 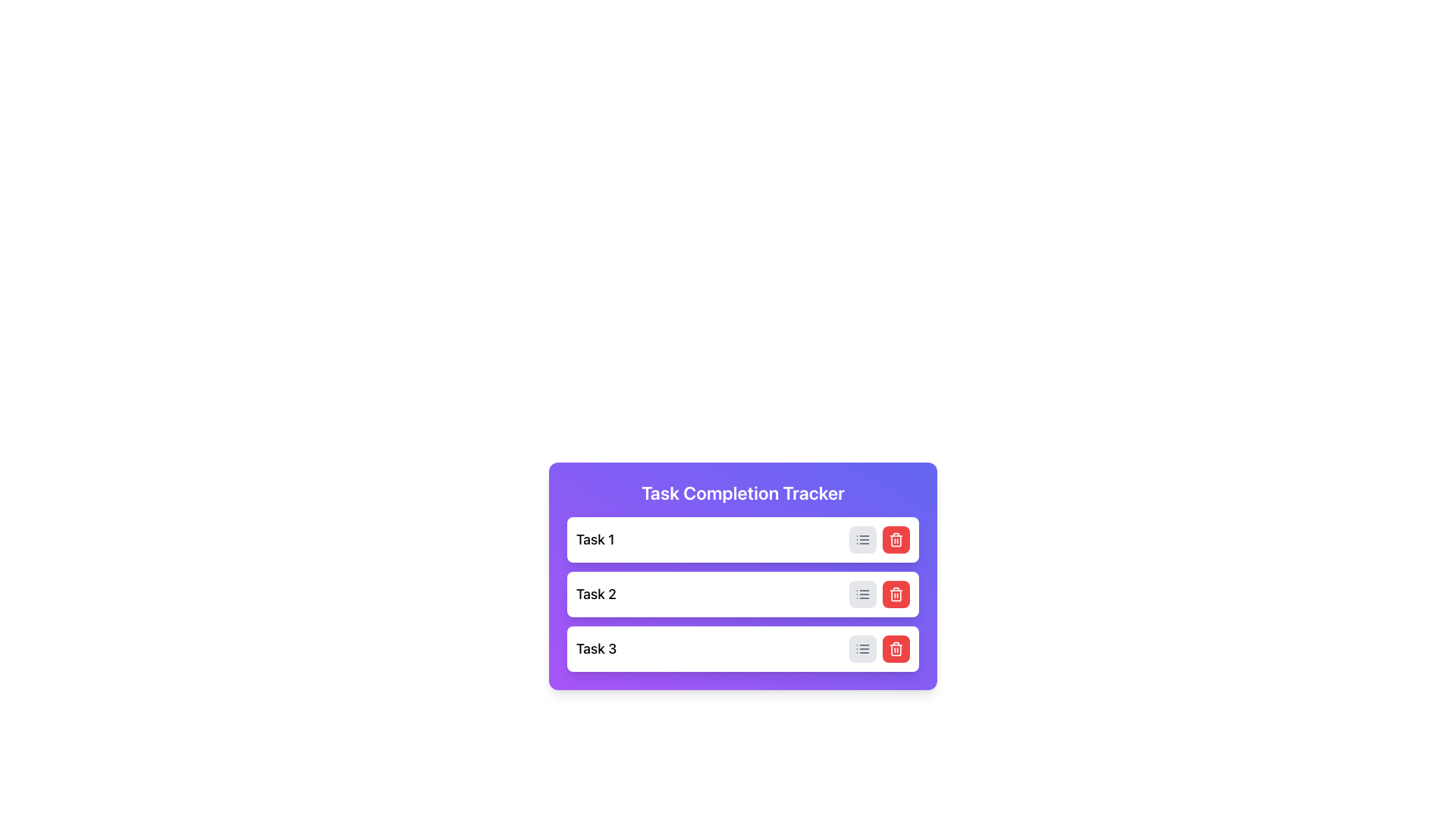 I want to click on the trash can icon button with a red background located at the rightmost position of the task entry, so click(x=896, y=593).